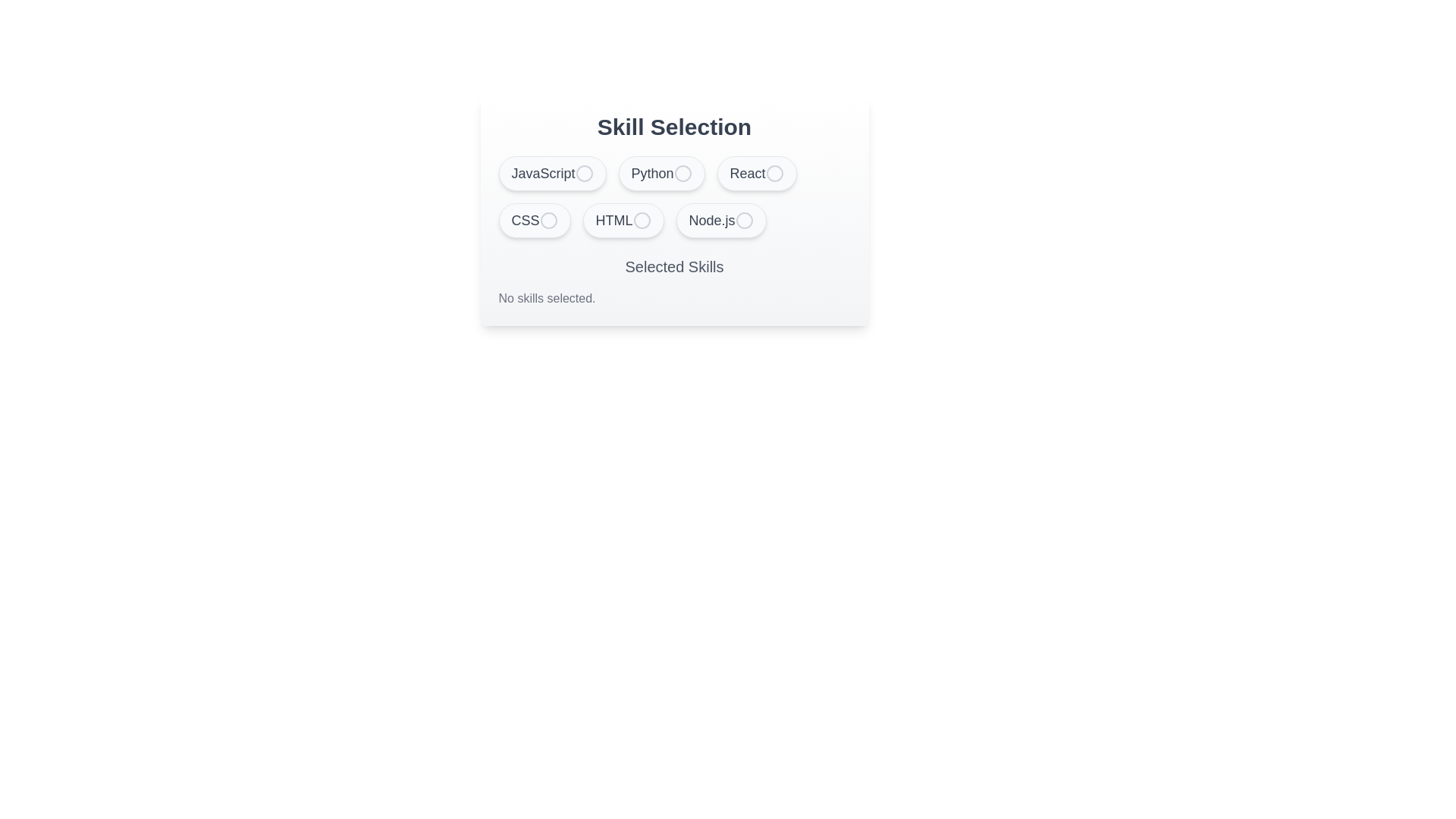 Image resolution: width=1456 pixels, height=819 pixels. I want to click on the button surrounding the text label 'Python' in the skill selection area, so click(652, 172).